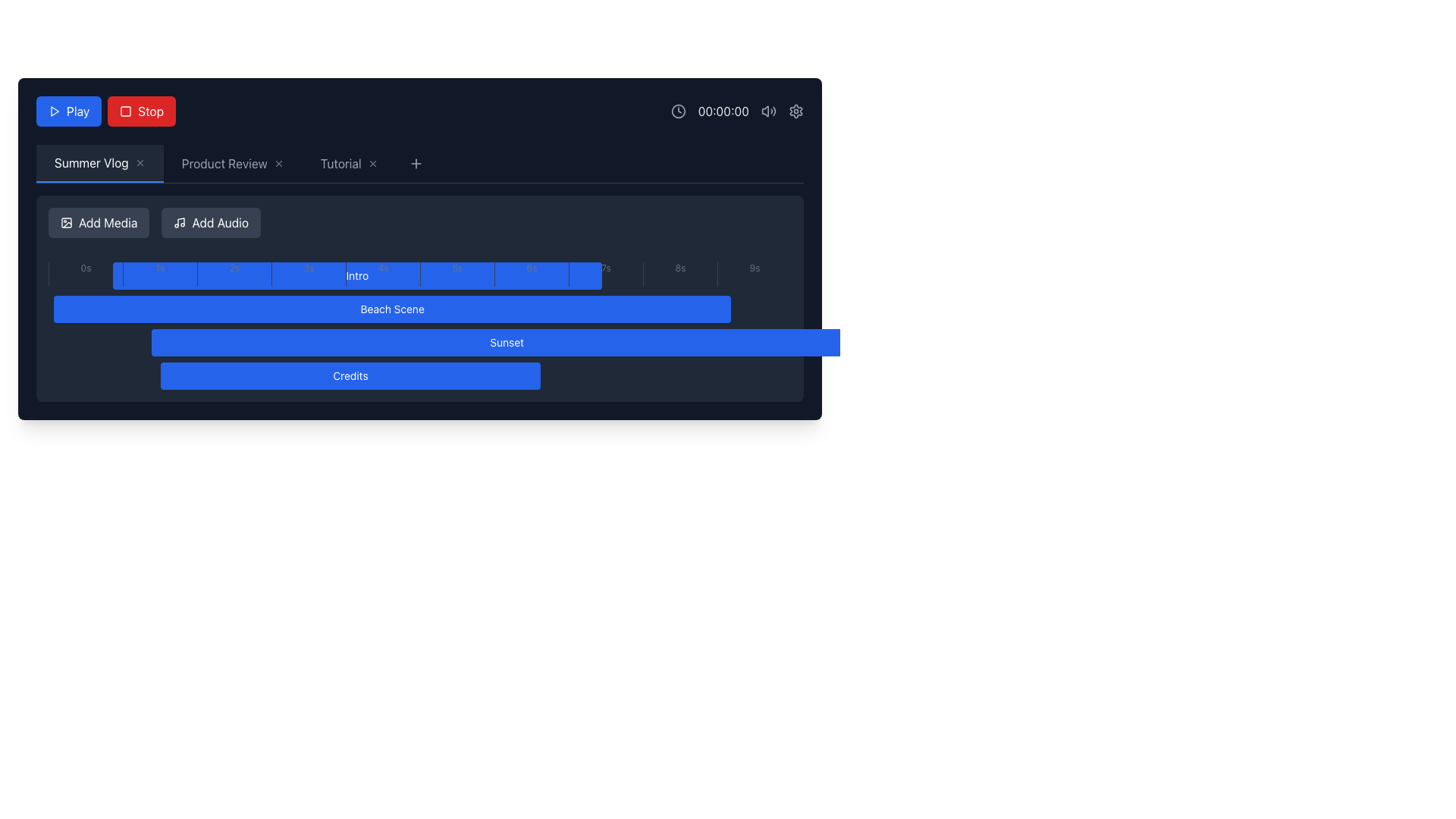 This screenshot has height=819, width=1456. What do you see at coordinates (392, 309) in the screenshot?
I see `the 'Beach Scene' label, which is the second blue rectangular label in a vertical stack` at bounding box center [392, 309].